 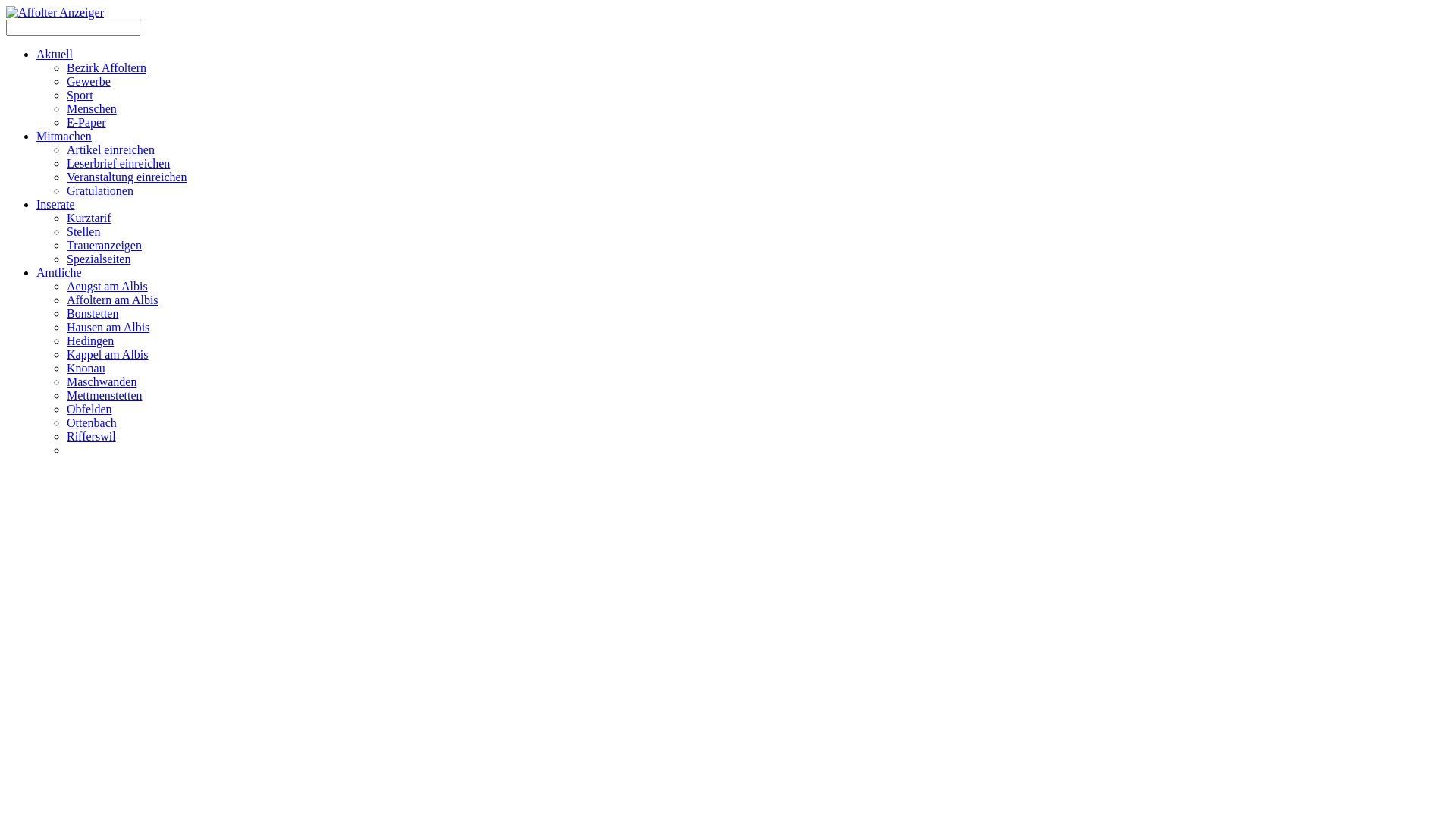 I want to click on 'Mitmachen', so click(x=63, y=135).